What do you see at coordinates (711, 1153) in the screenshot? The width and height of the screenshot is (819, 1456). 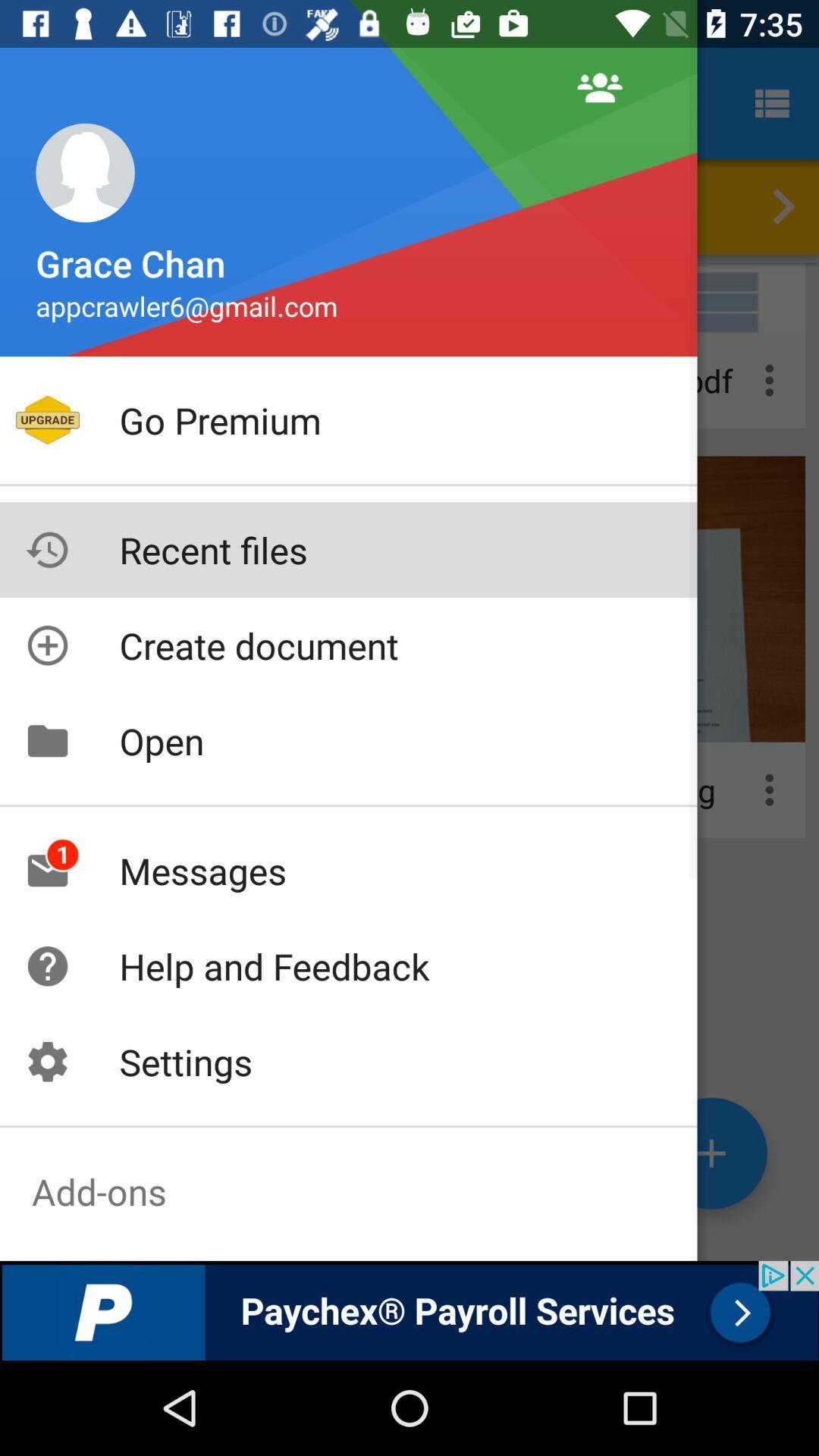 I see `the add icon` at bounding box center [711, 1153].